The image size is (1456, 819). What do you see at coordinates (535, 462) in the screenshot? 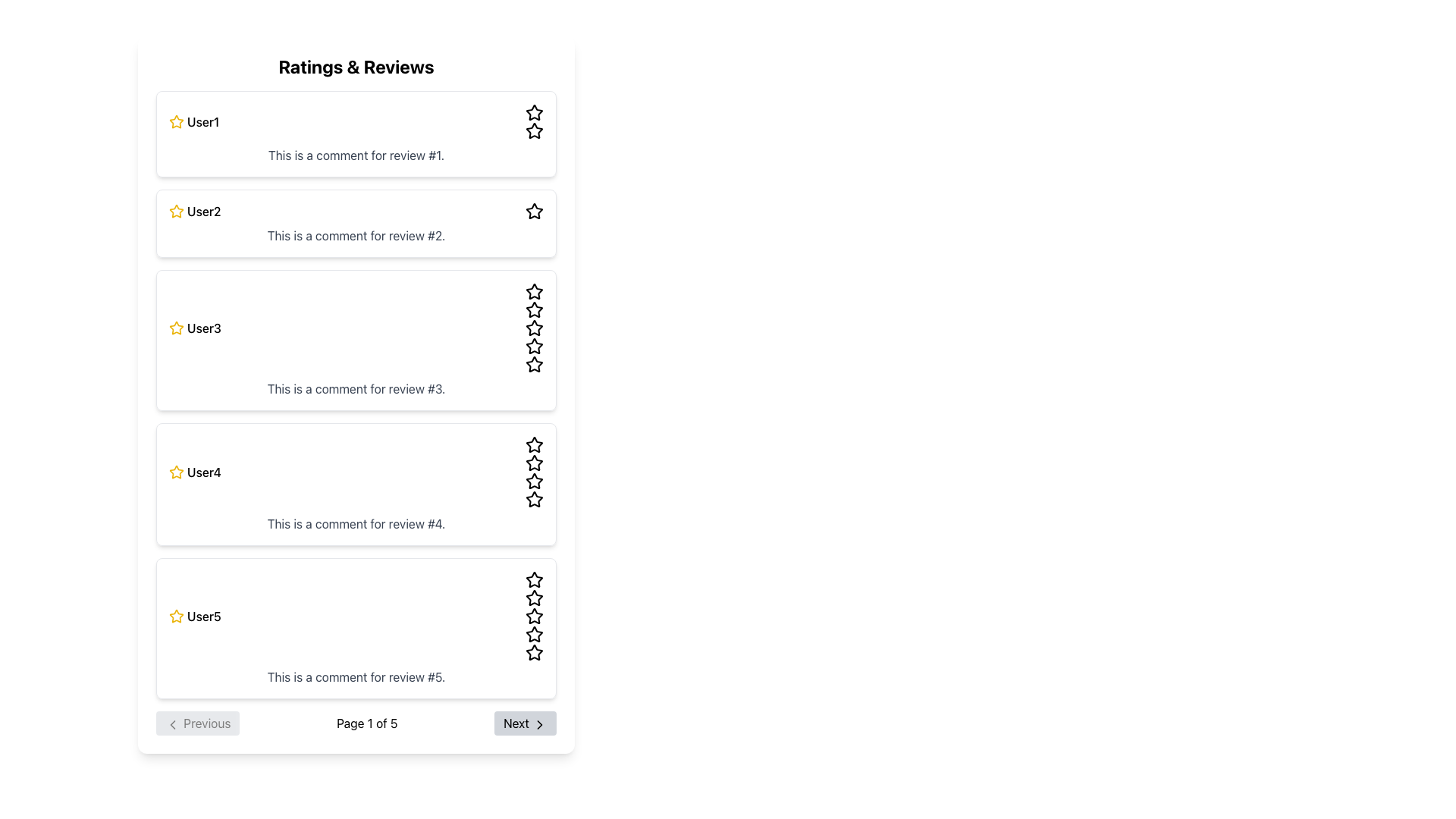
I see `the third interactive rating star for the fourth review item ('User4')` at bounding box center [535, 462].